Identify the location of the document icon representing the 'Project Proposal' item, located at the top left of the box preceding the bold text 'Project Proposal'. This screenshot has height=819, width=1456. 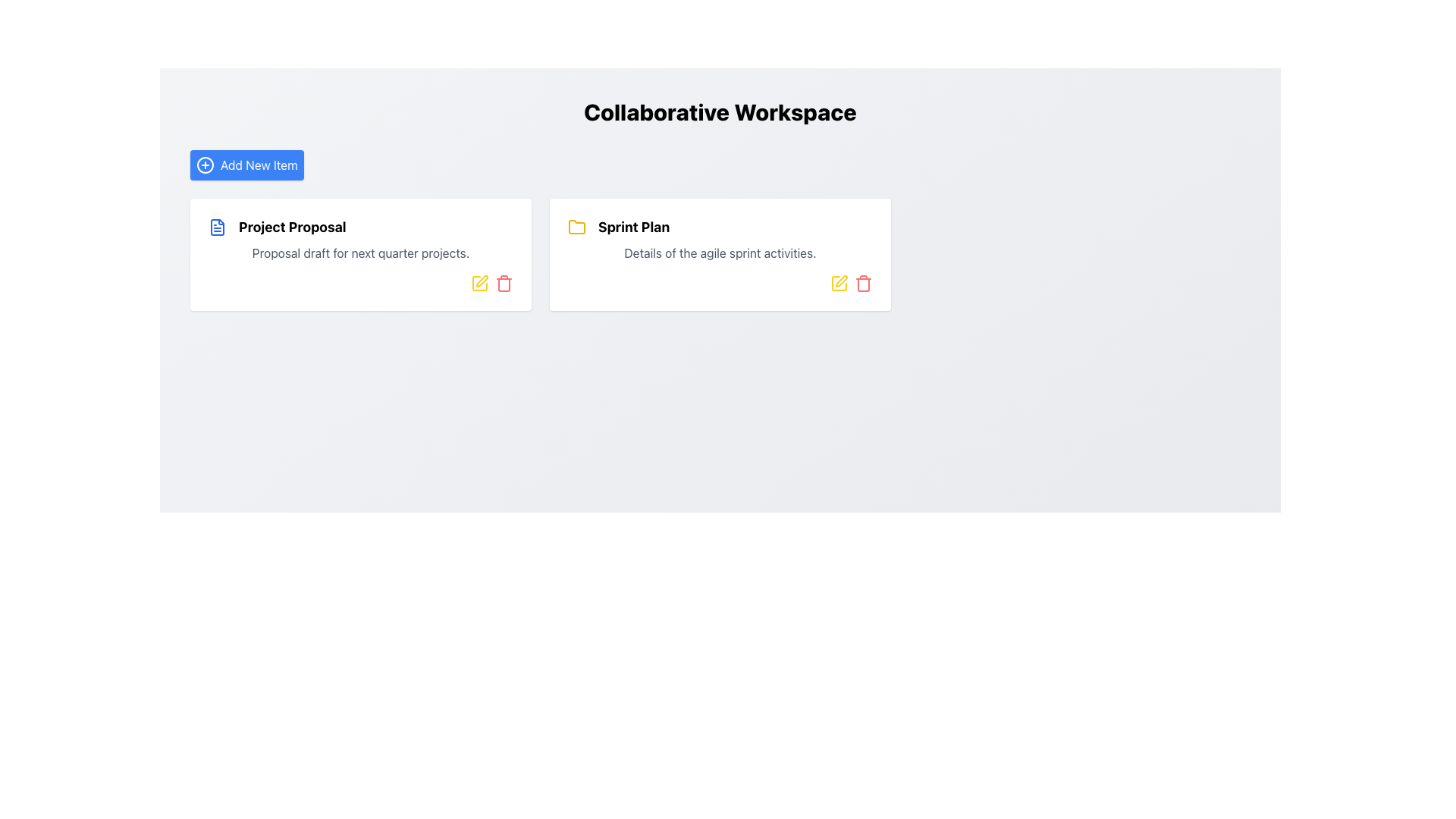
(217, 227).